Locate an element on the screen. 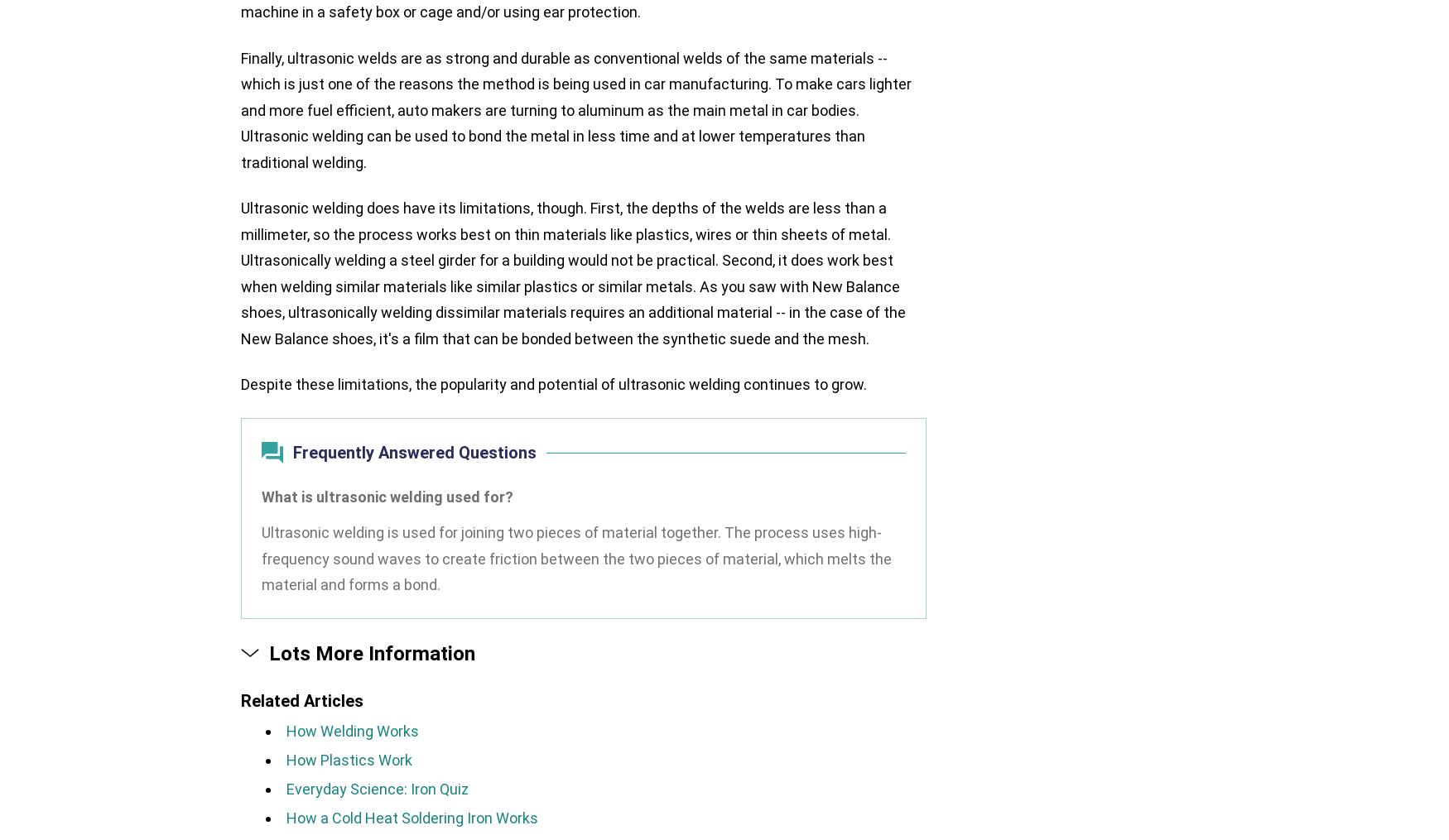 The image size is (1449, 840). 'How Welding Works' is located at coordinates (351, 729).